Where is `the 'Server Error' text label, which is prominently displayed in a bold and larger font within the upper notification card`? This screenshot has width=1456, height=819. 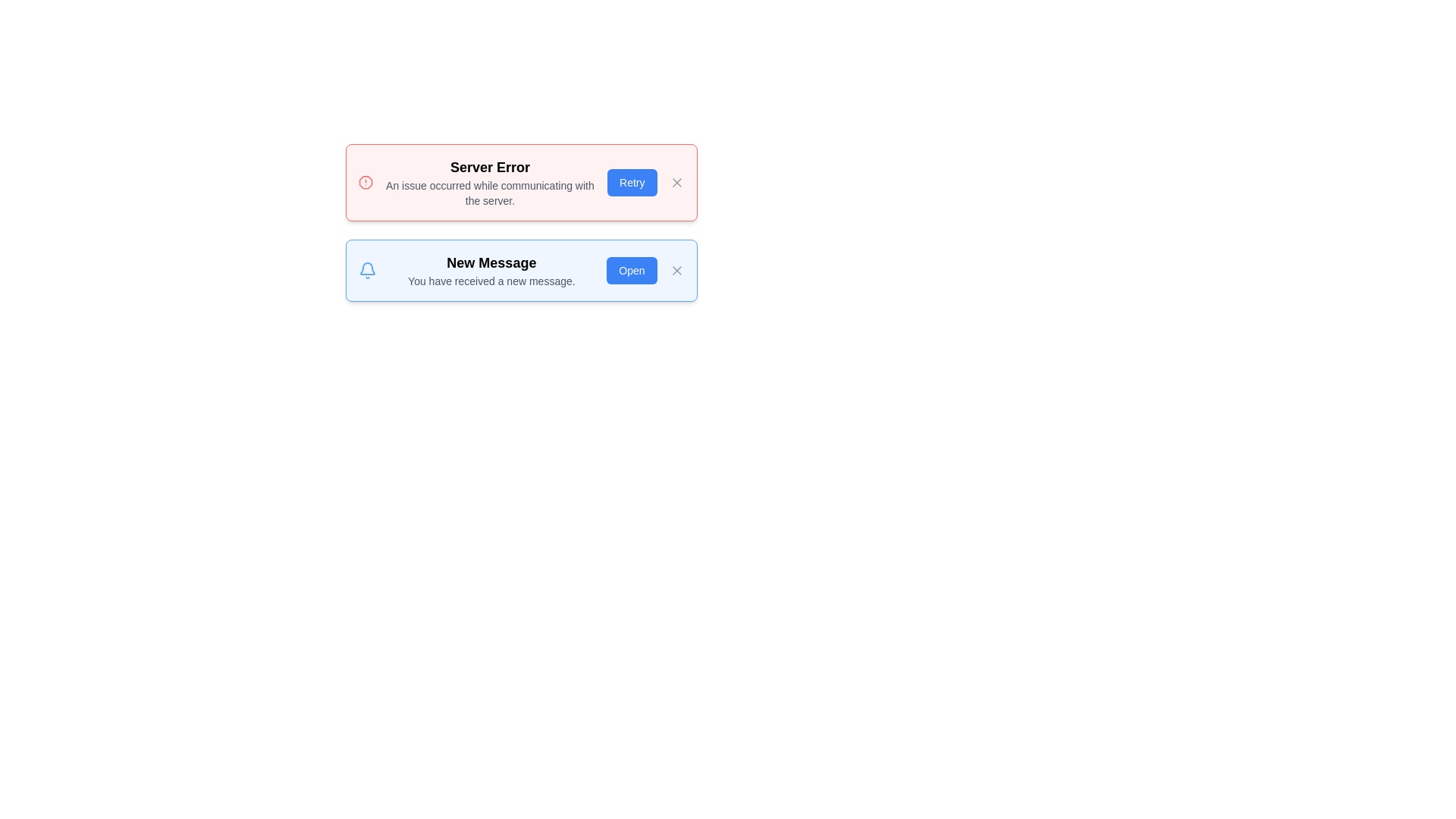
the 'Server Error' text label, which is prominently displayed in a bold and larger font within the upper notification card is located at coordinates (490, 167).